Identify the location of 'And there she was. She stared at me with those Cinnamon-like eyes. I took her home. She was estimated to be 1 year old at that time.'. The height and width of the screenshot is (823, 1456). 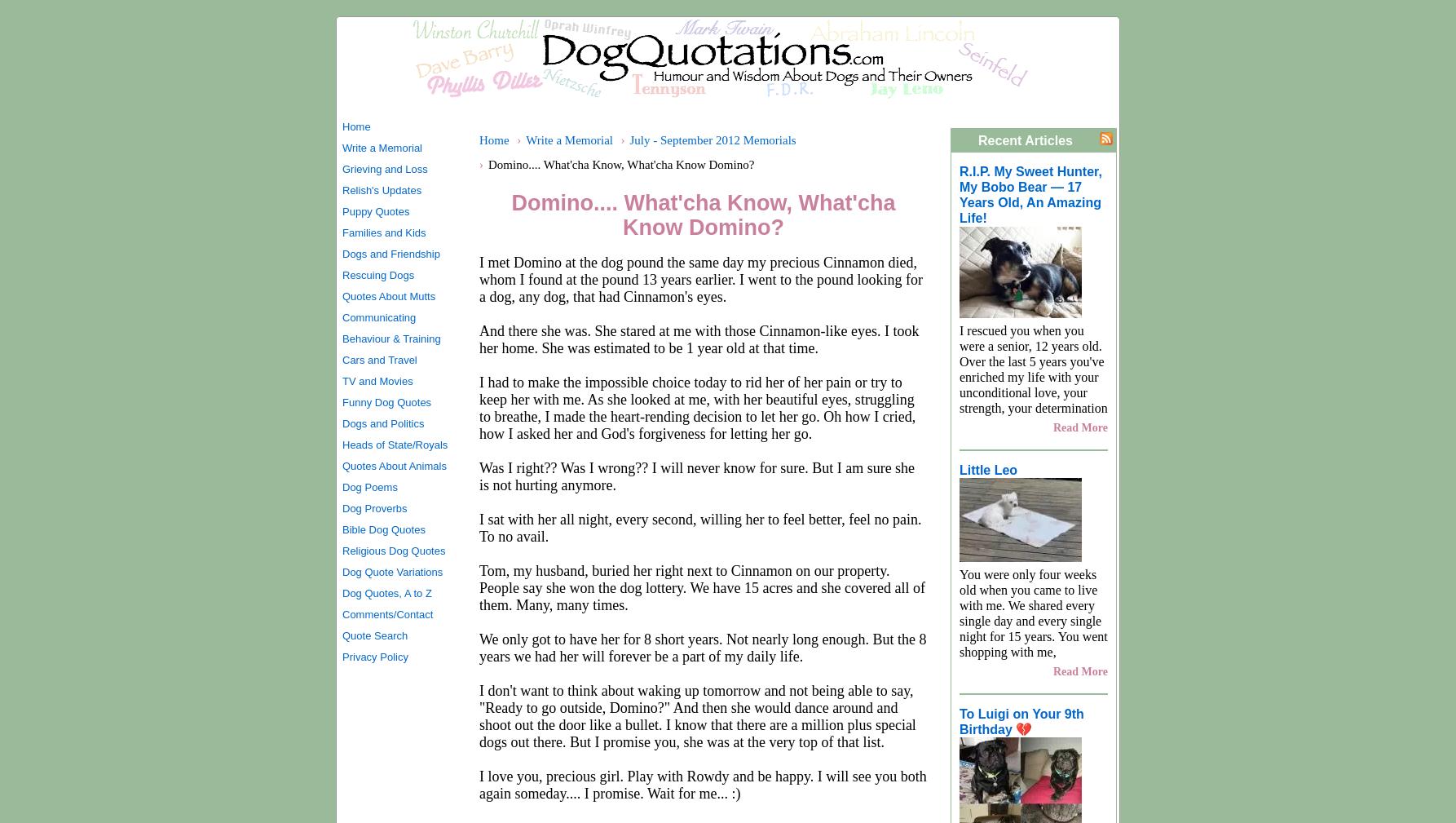
(698, 338).